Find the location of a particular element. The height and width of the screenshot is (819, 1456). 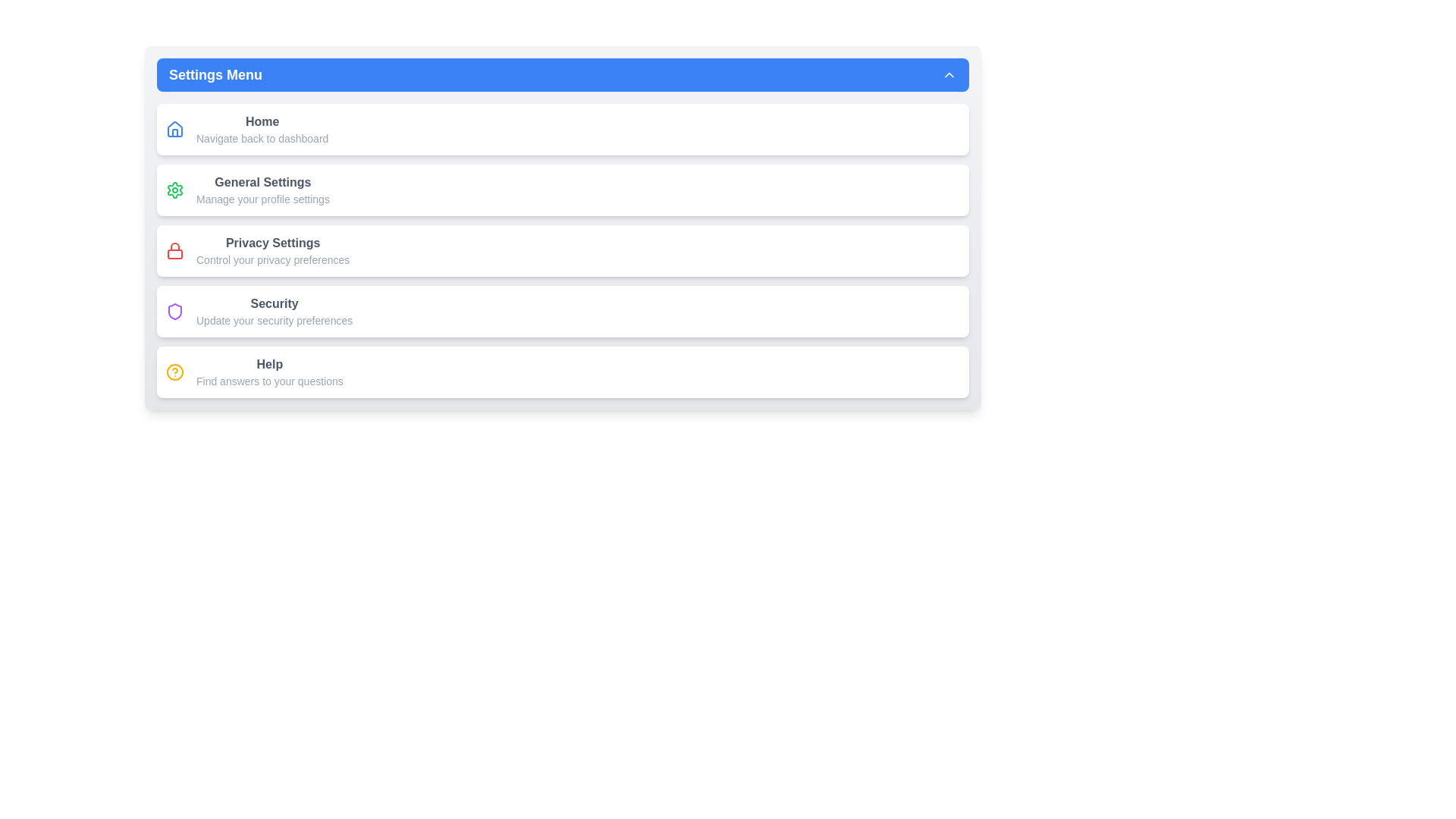

the Navigation card or button located in the Settings Menu is located at coordinates (562, 189).